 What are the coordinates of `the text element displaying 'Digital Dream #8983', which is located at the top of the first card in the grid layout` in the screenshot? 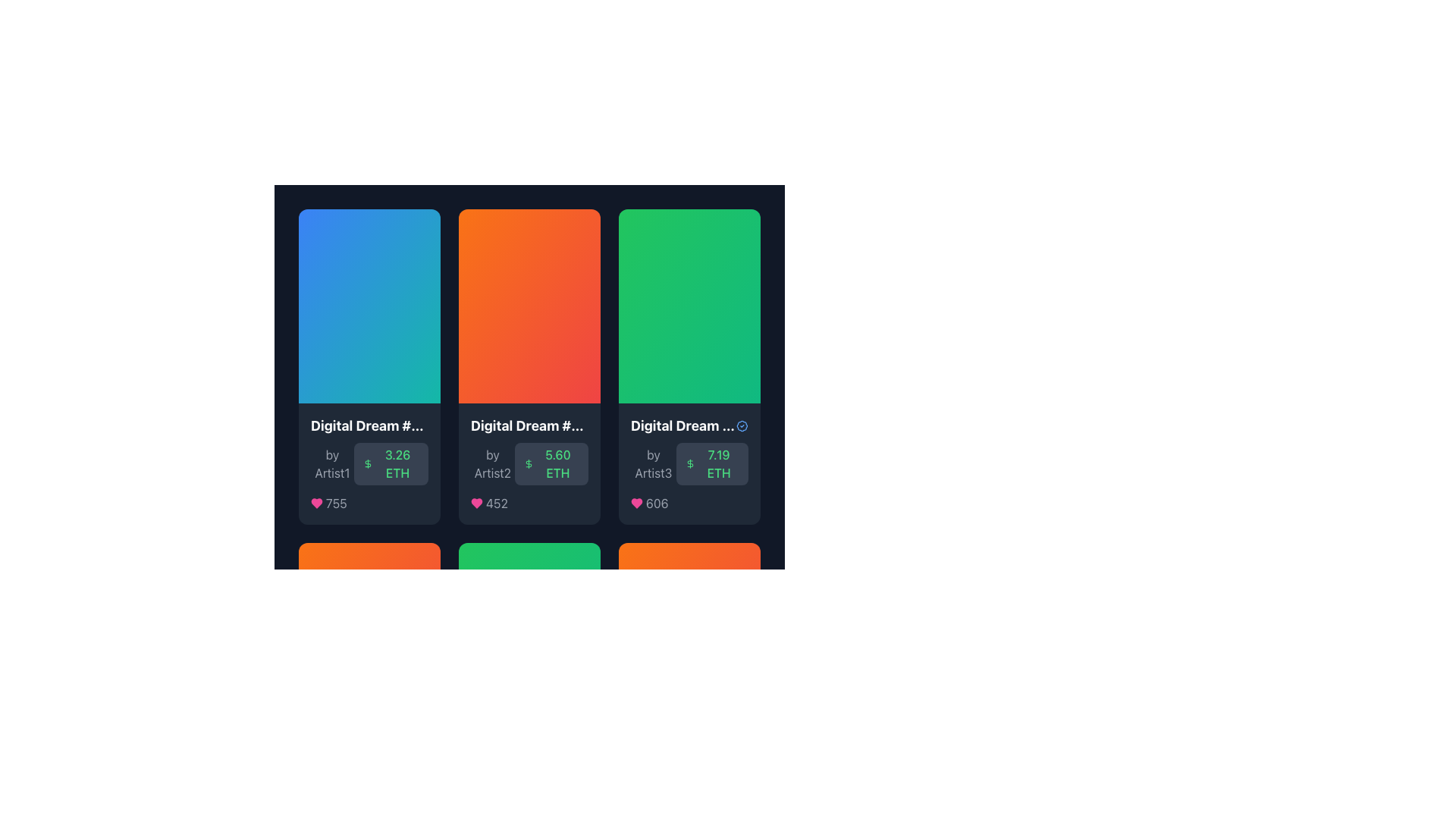 It's located at (369, 426).